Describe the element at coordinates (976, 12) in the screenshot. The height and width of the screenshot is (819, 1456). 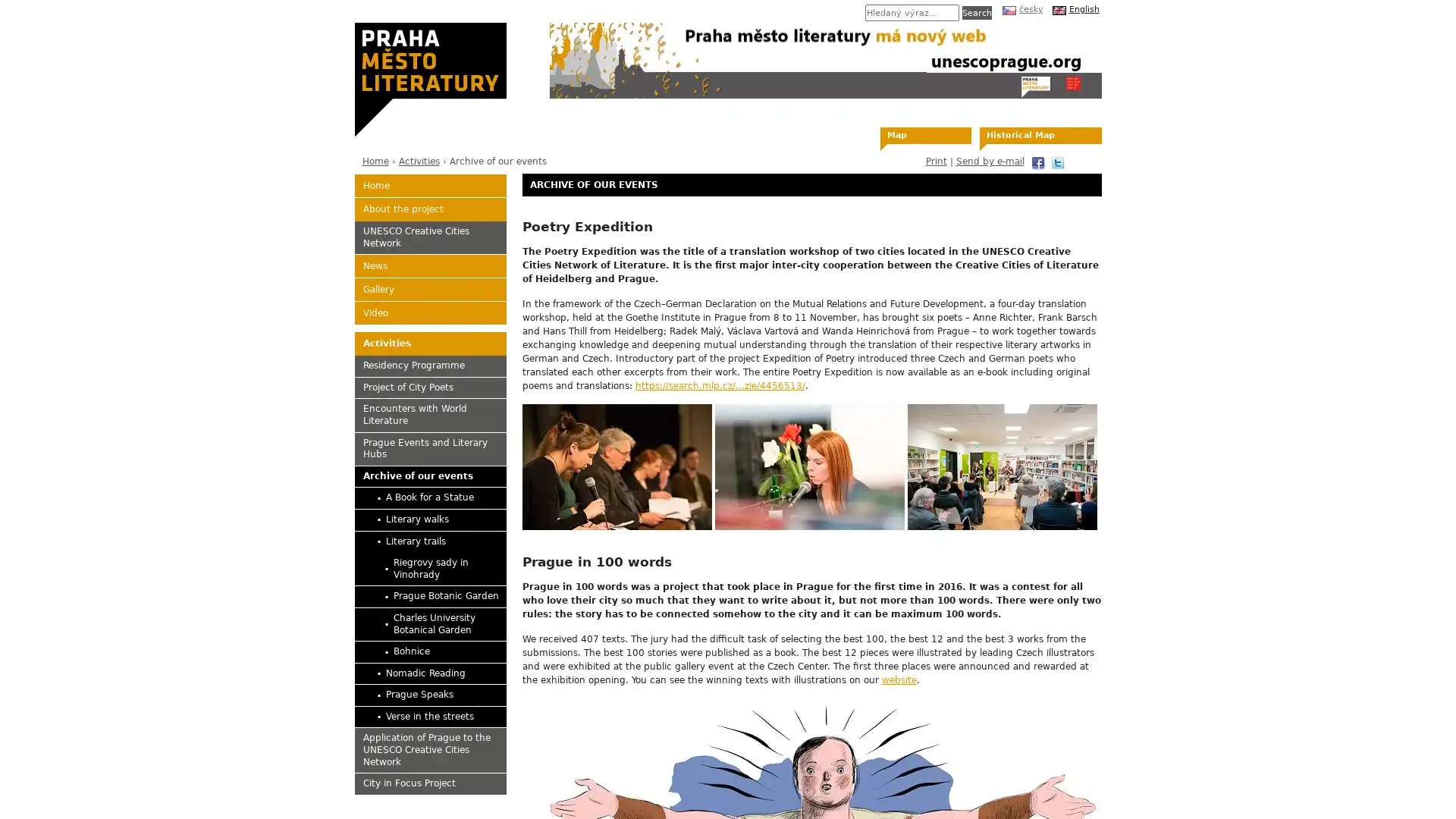
I see `Search` at that location.